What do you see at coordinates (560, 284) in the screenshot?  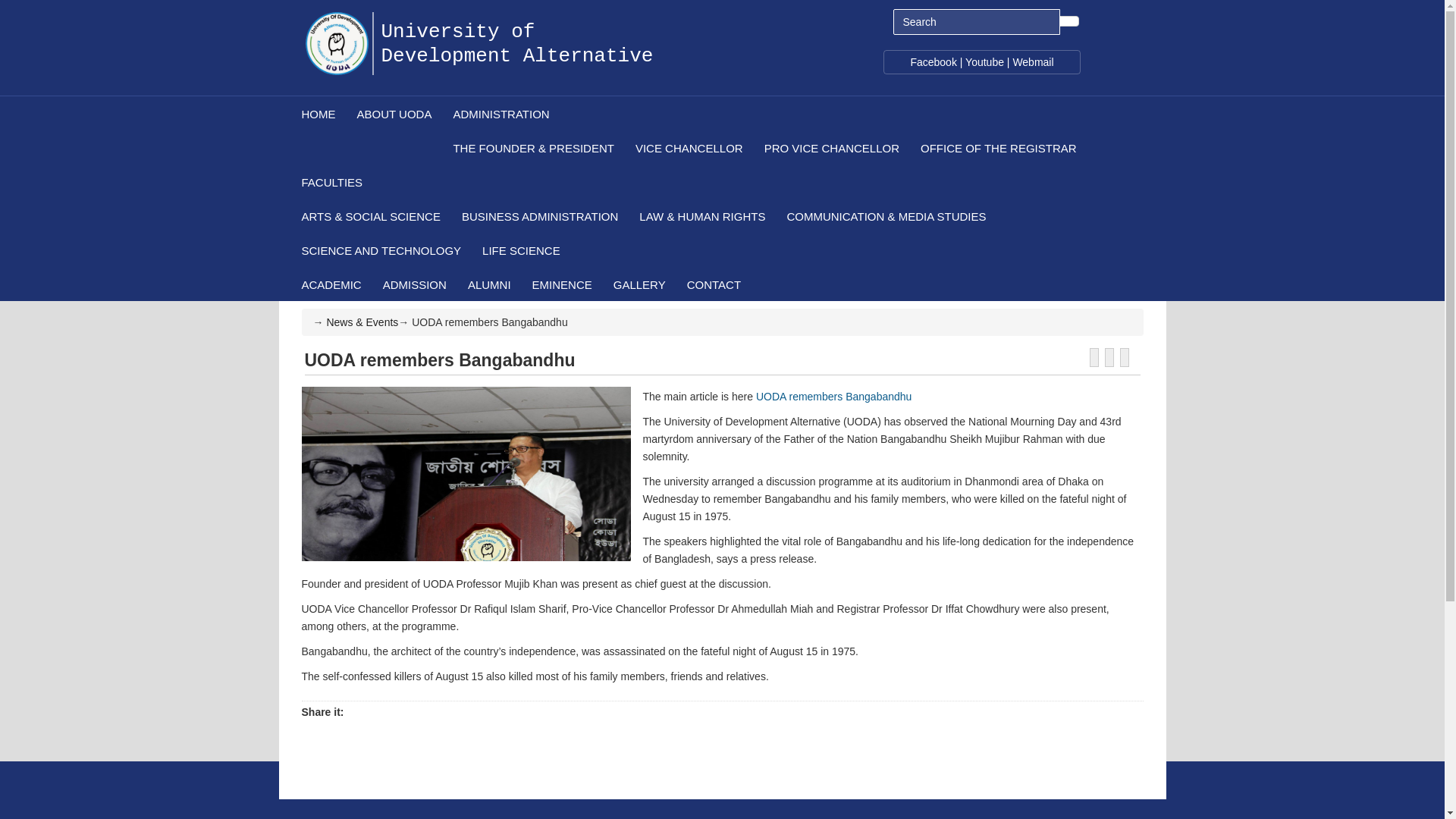 I see `'EMINENCE'` at bounding box center [560, 284].